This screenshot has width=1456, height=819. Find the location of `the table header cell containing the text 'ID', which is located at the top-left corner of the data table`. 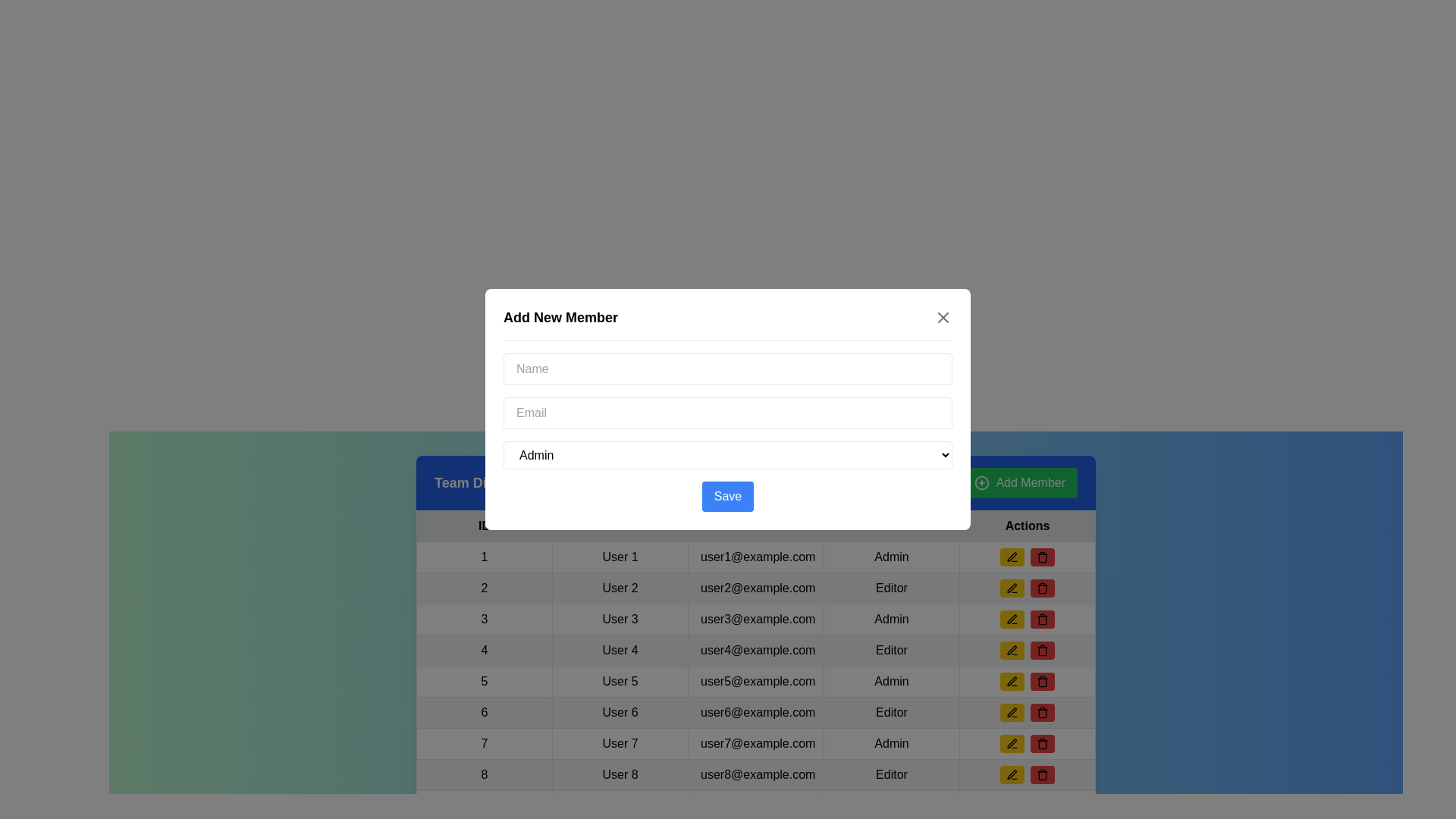

the table header cell containing the text 'ID', which is located at the top-left corner of the data table is located at coordinates (483, 526).